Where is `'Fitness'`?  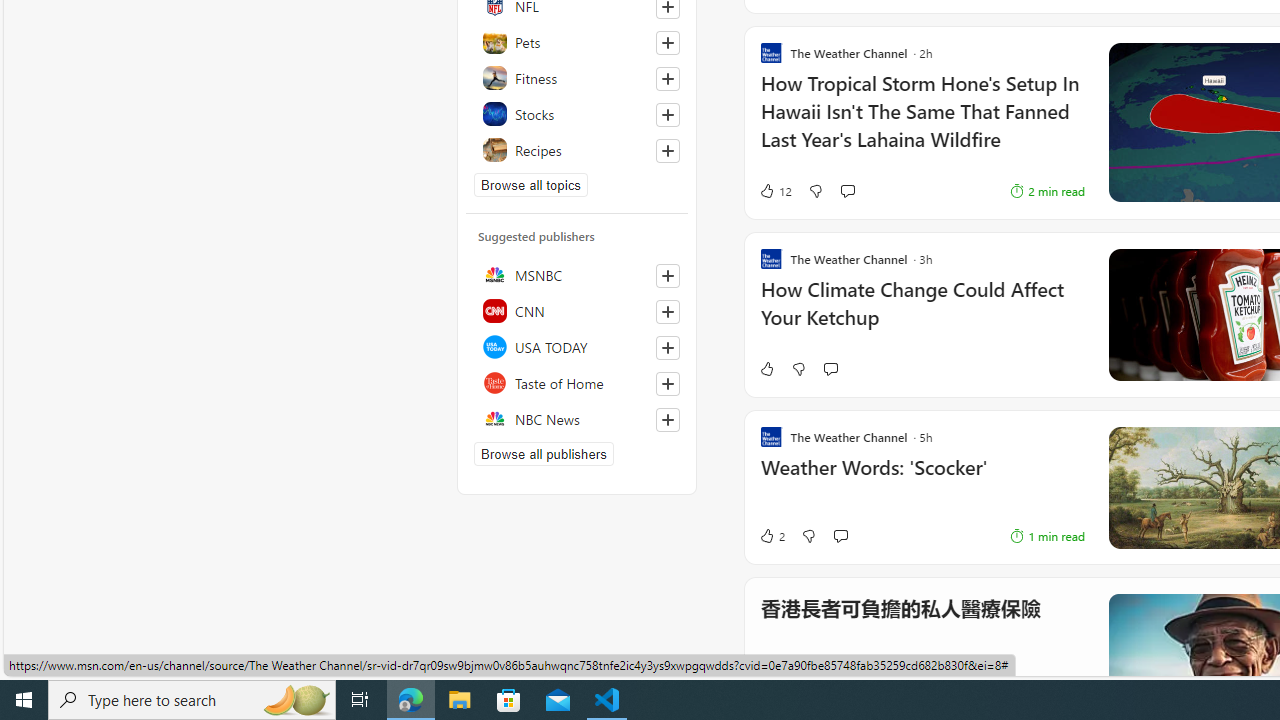
'Fitness' is located at coordinates (576, 77).